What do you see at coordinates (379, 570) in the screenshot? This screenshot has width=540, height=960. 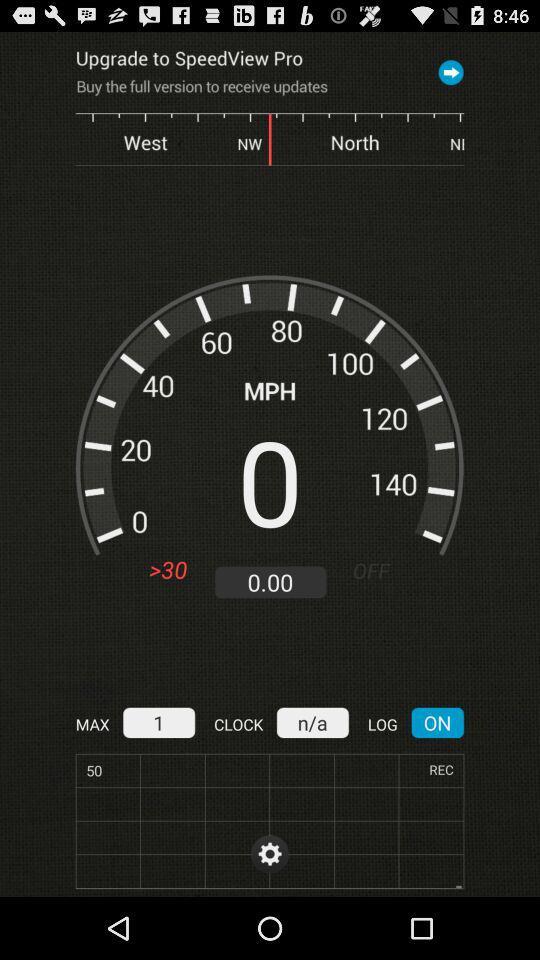 I see `the icon to the right of 0.00 app` at bounding box center [379, 570].